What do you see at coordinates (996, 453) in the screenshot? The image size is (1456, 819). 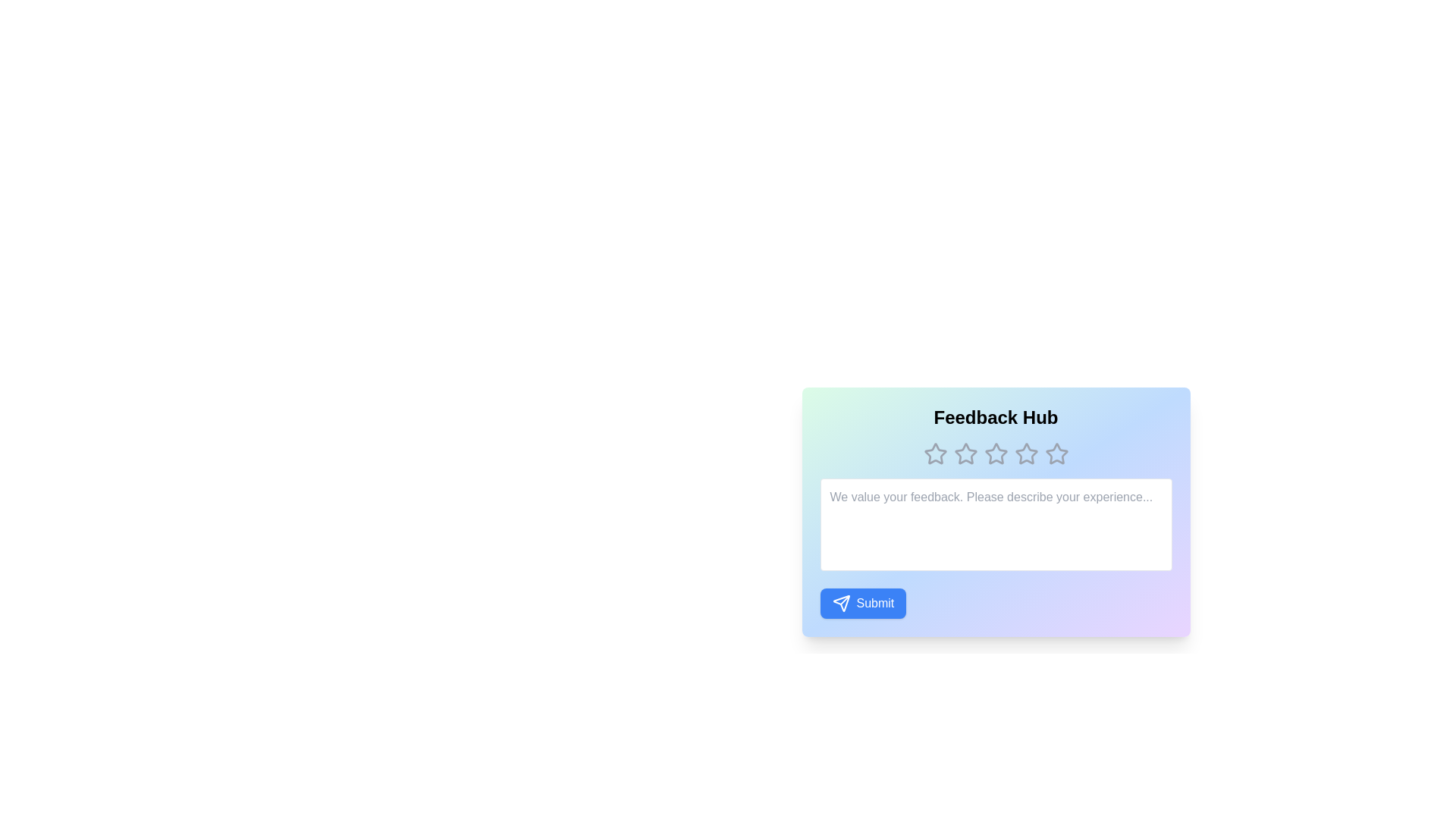 I see `the star corresponding to 3 to preview selection` at bounding box center [996, 453].